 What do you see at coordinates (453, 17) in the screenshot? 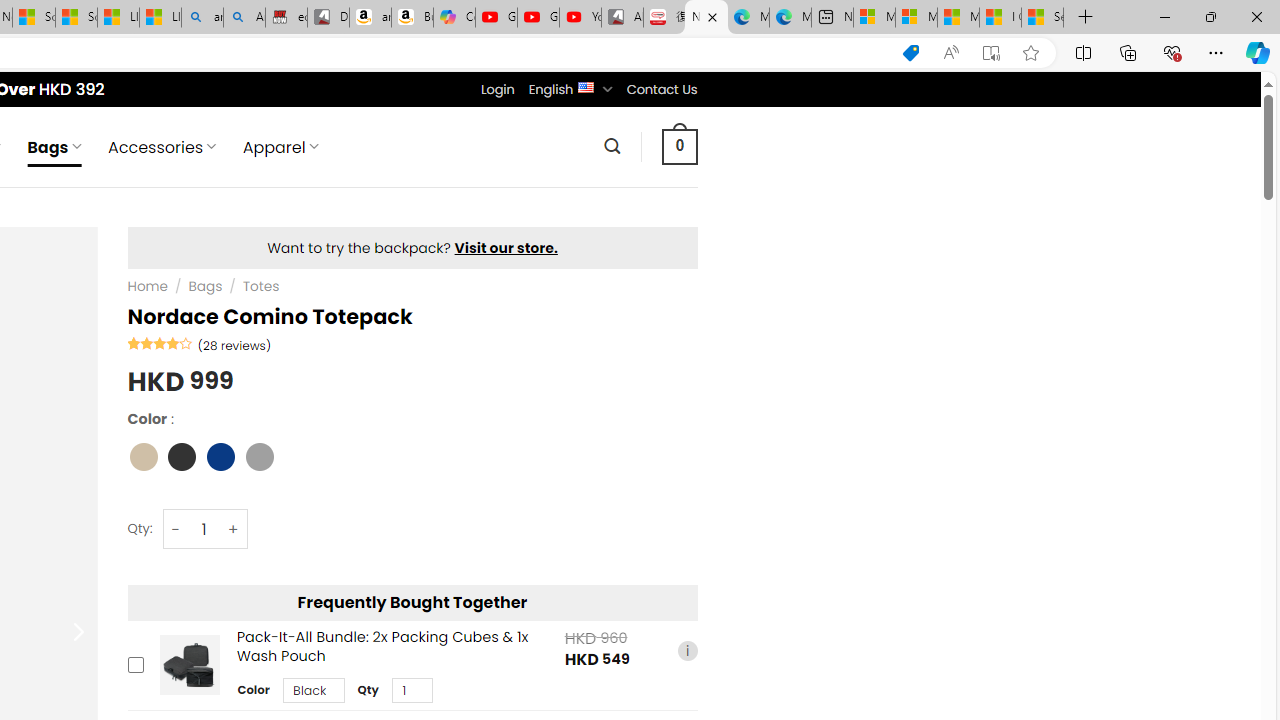
I see `'Copilot'` at bounding box center [453, 17].